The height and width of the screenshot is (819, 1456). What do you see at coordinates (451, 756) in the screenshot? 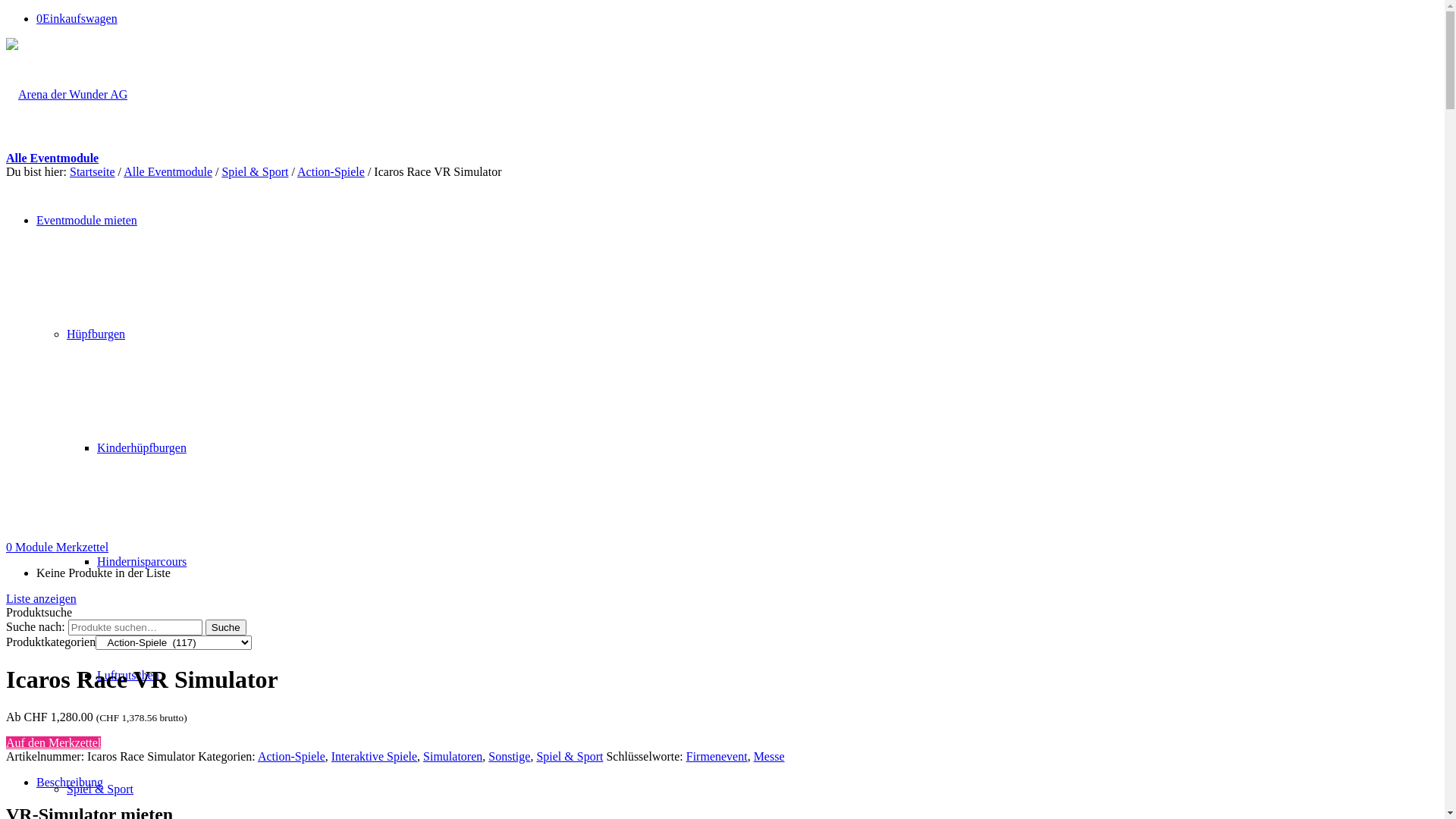
I see `'Simulatoren'` at bounding box center [451, 756].